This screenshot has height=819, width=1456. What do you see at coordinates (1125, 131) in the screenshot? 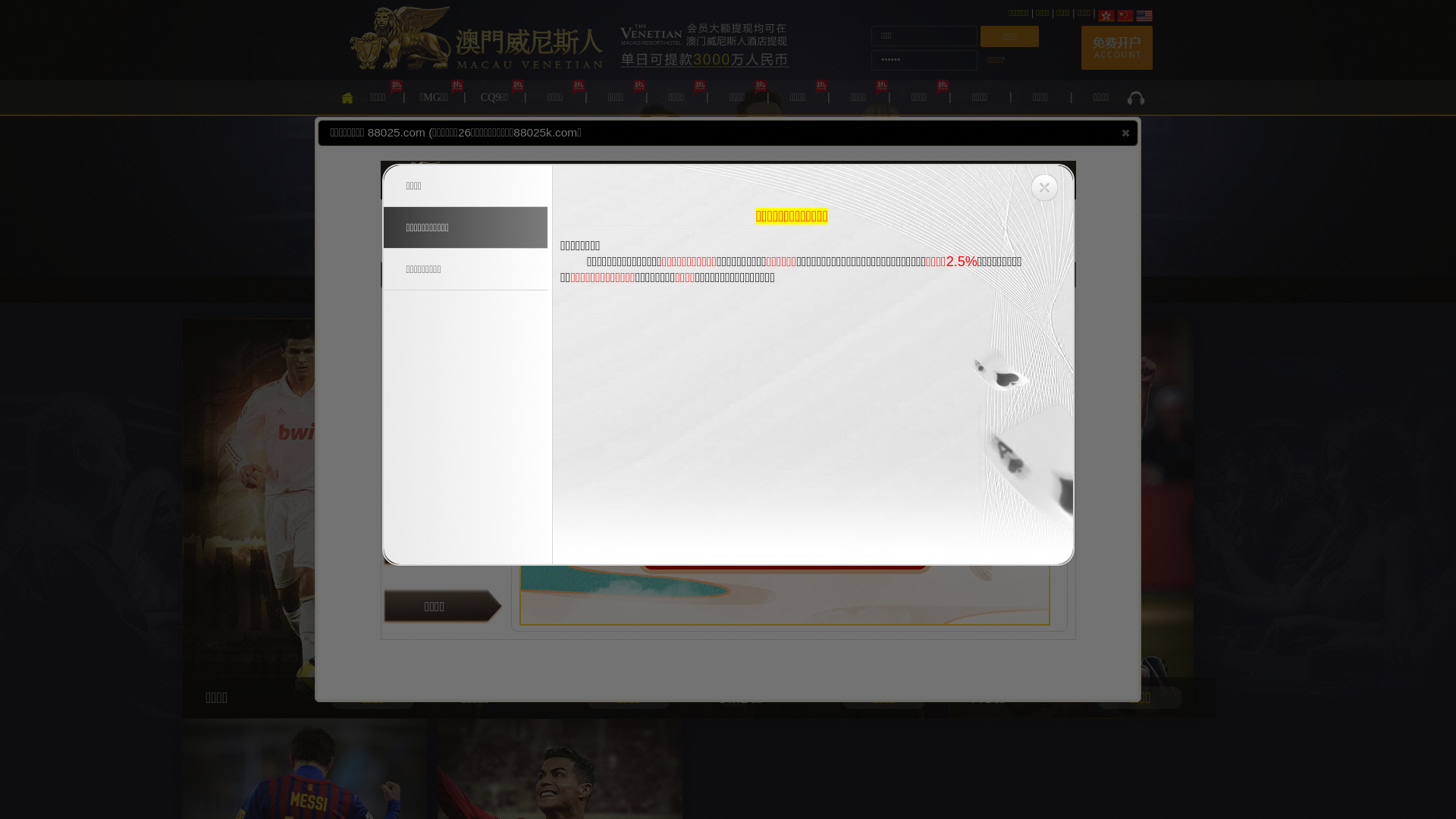
I see `'close'` at bounding box center [1125, 131].